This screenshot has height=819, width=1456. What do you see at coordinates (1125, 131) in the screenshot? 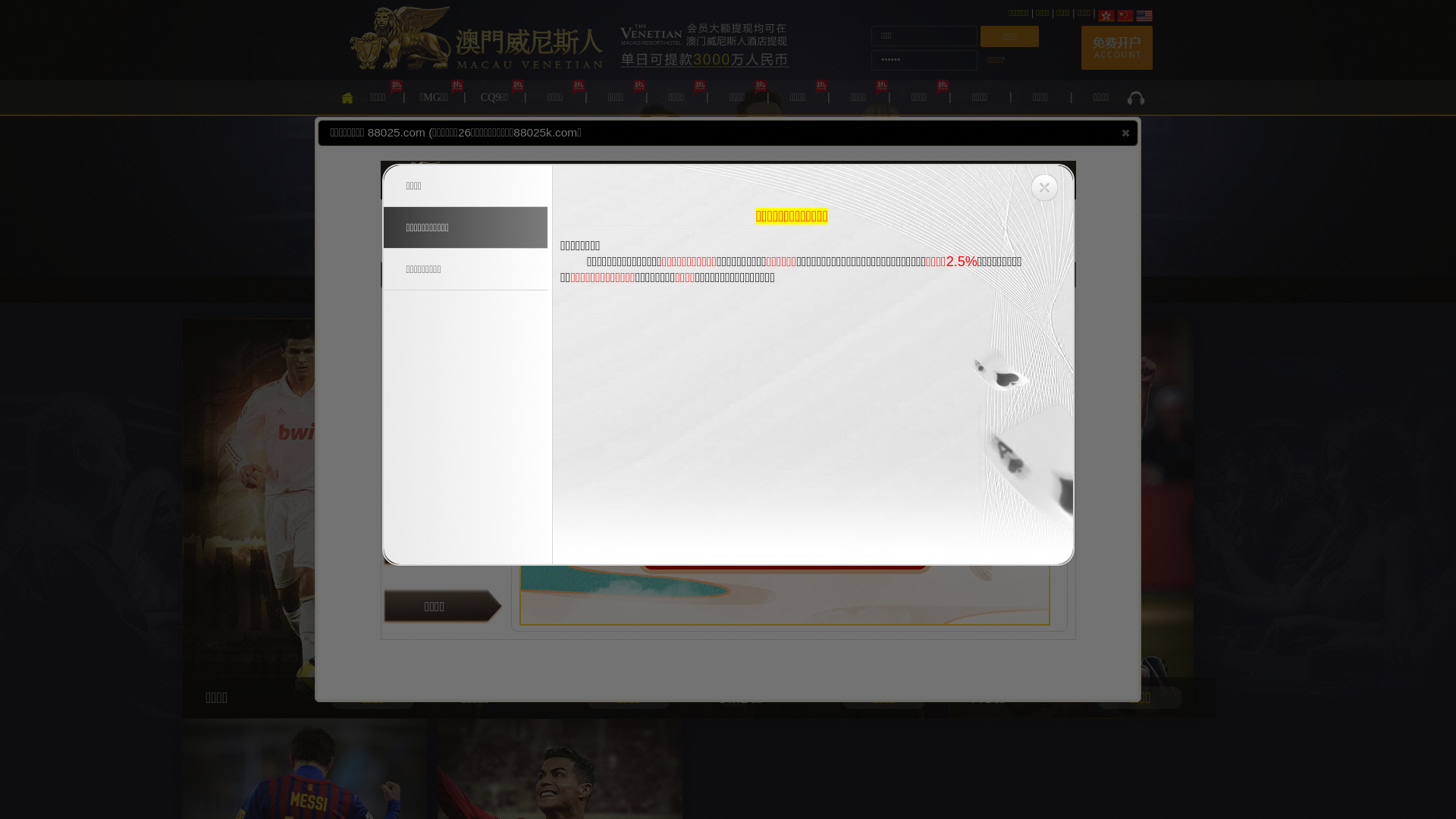
I see `'close'` at bounding box center [1125, 131].